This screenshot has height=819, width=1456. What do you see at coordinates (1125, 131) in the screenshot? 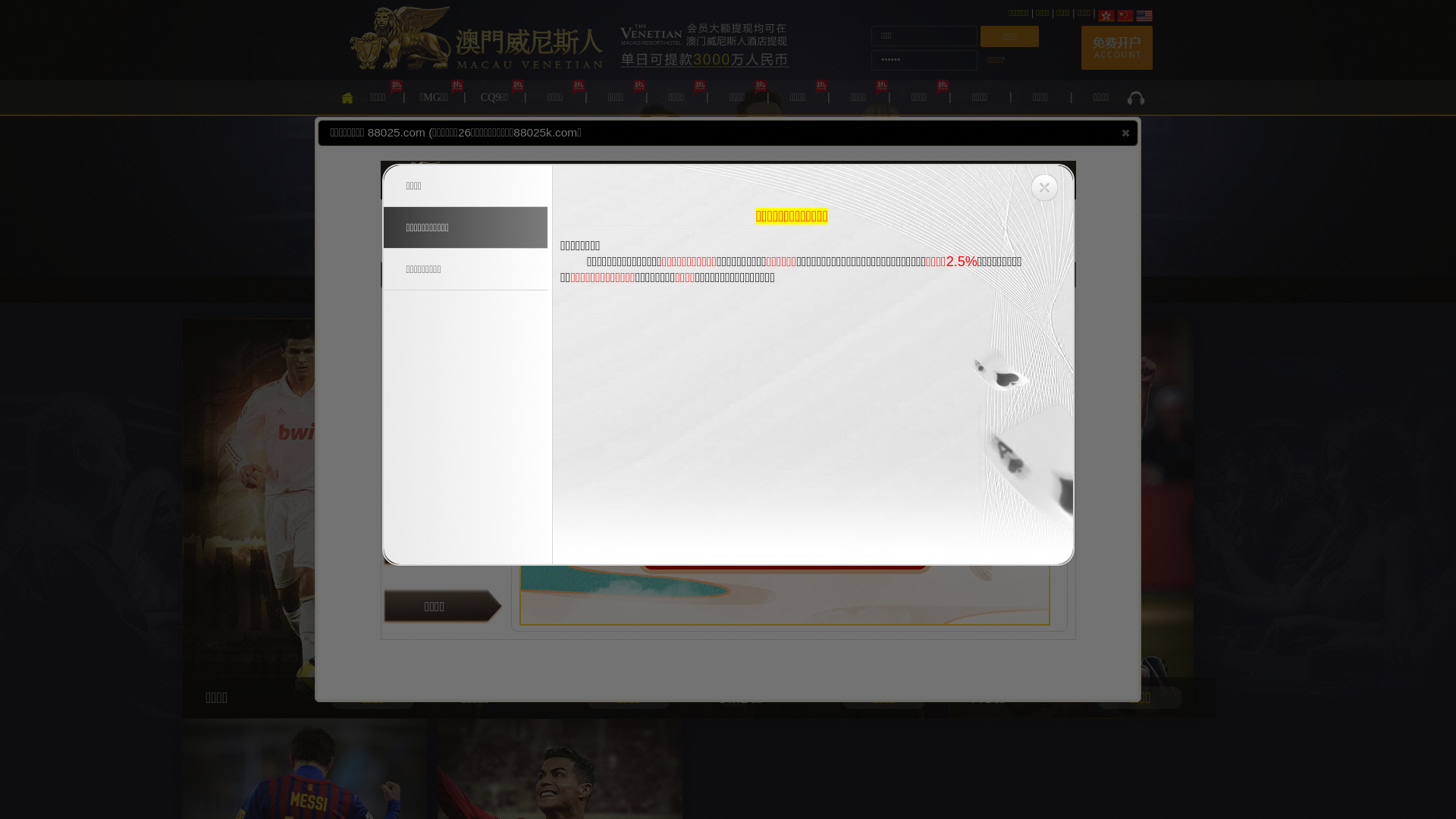
I see `'close'` at bounding box center [1125, 131].